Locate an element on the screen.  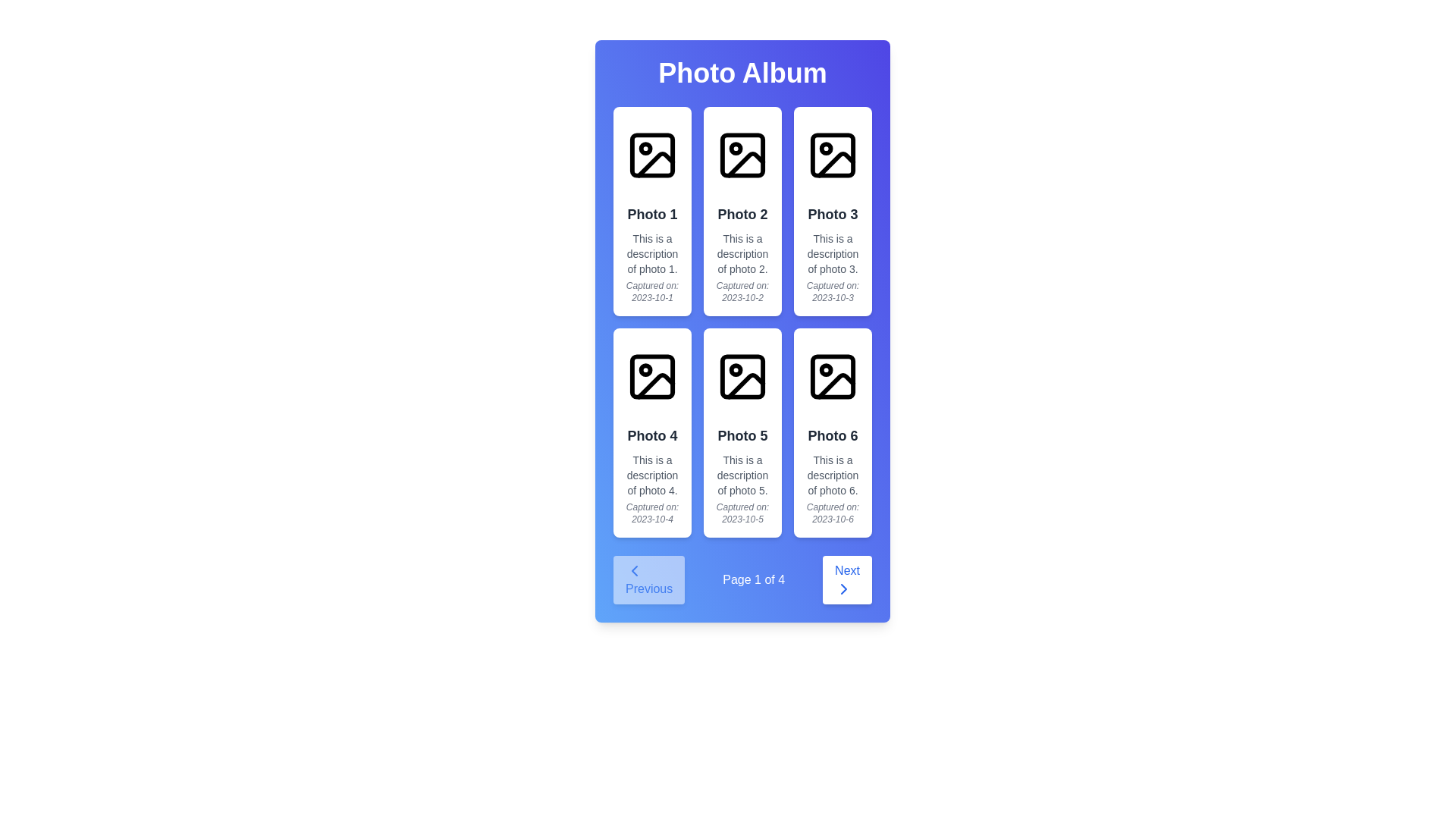
the blue right-arrow chevron icon located on the right side of the 'Next' button, which has a white background and blue text is located at coordinates (843, 588).